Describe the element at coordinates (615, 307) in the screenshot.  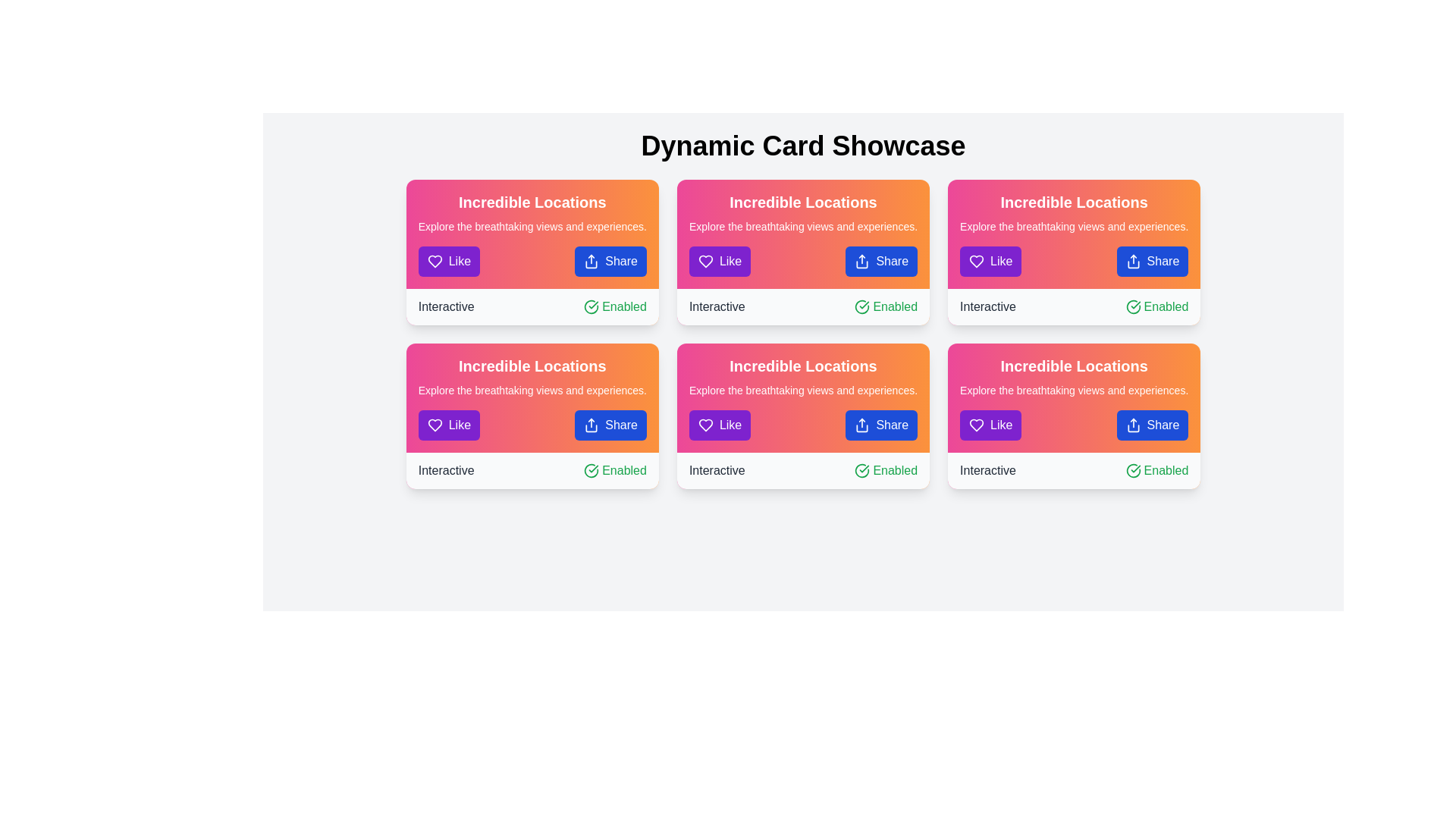
I see `the text with a green checkmark icon that indicates 'Enabled' located in the lower-right corner of the card labeled 'Interactive'` at that location.